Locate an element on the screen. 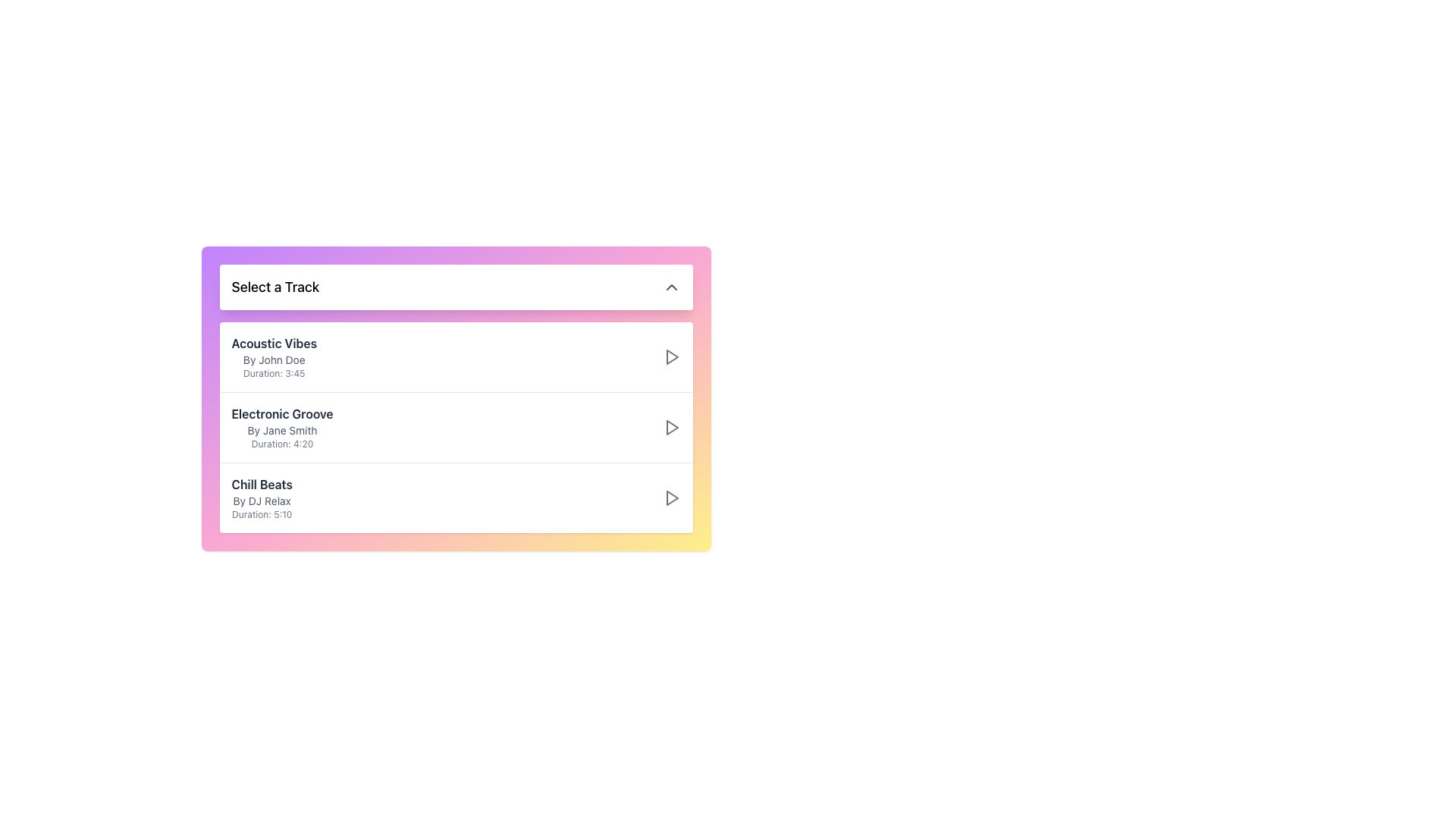  the triangular play icon for the 'Electronic Groove' track is located at coordinates (671, 427).